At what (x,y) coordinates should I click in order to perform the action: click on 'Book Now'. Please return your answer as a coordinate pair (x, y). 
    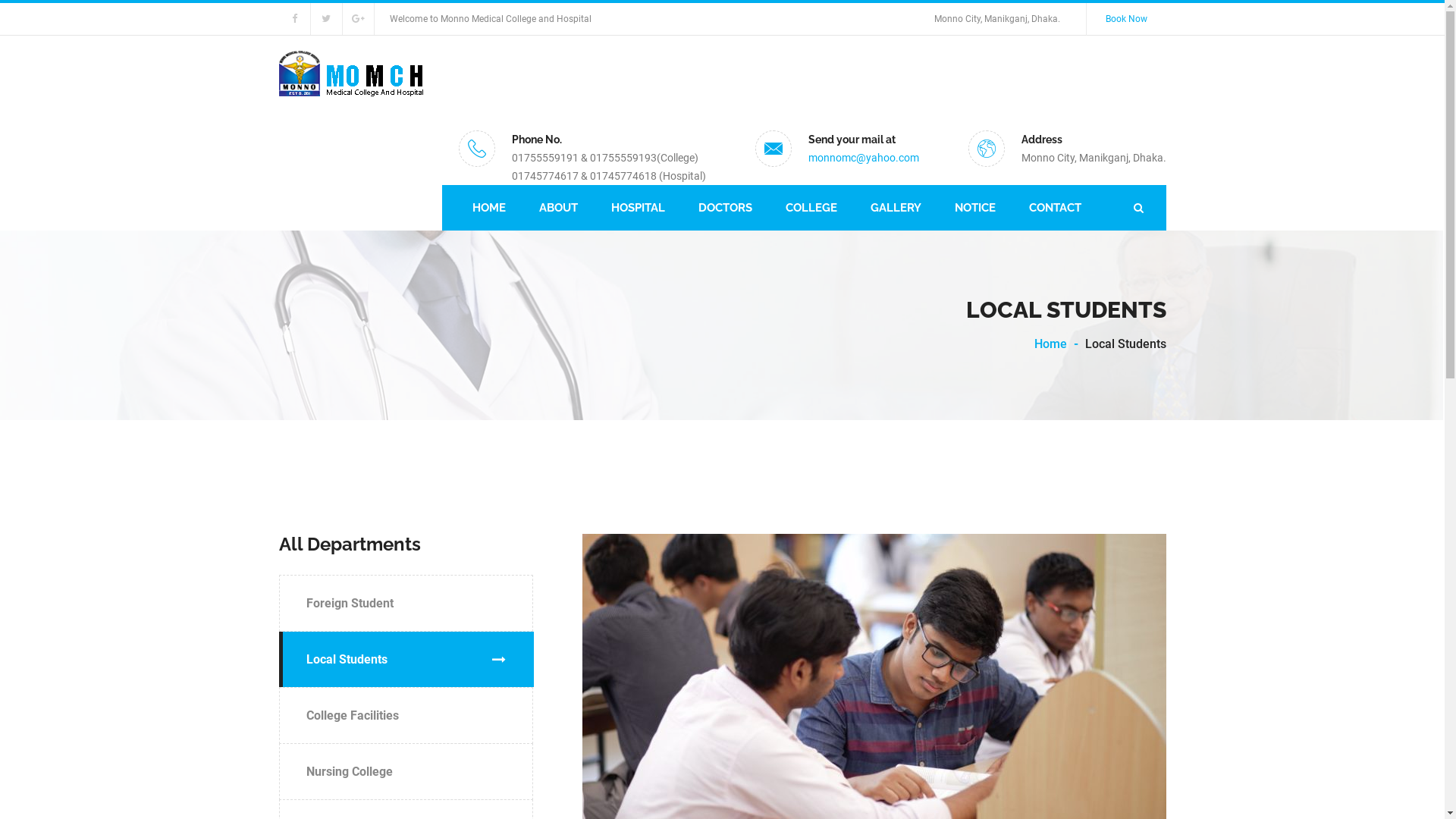
    Looking at the image, I should click on (1125, 19).